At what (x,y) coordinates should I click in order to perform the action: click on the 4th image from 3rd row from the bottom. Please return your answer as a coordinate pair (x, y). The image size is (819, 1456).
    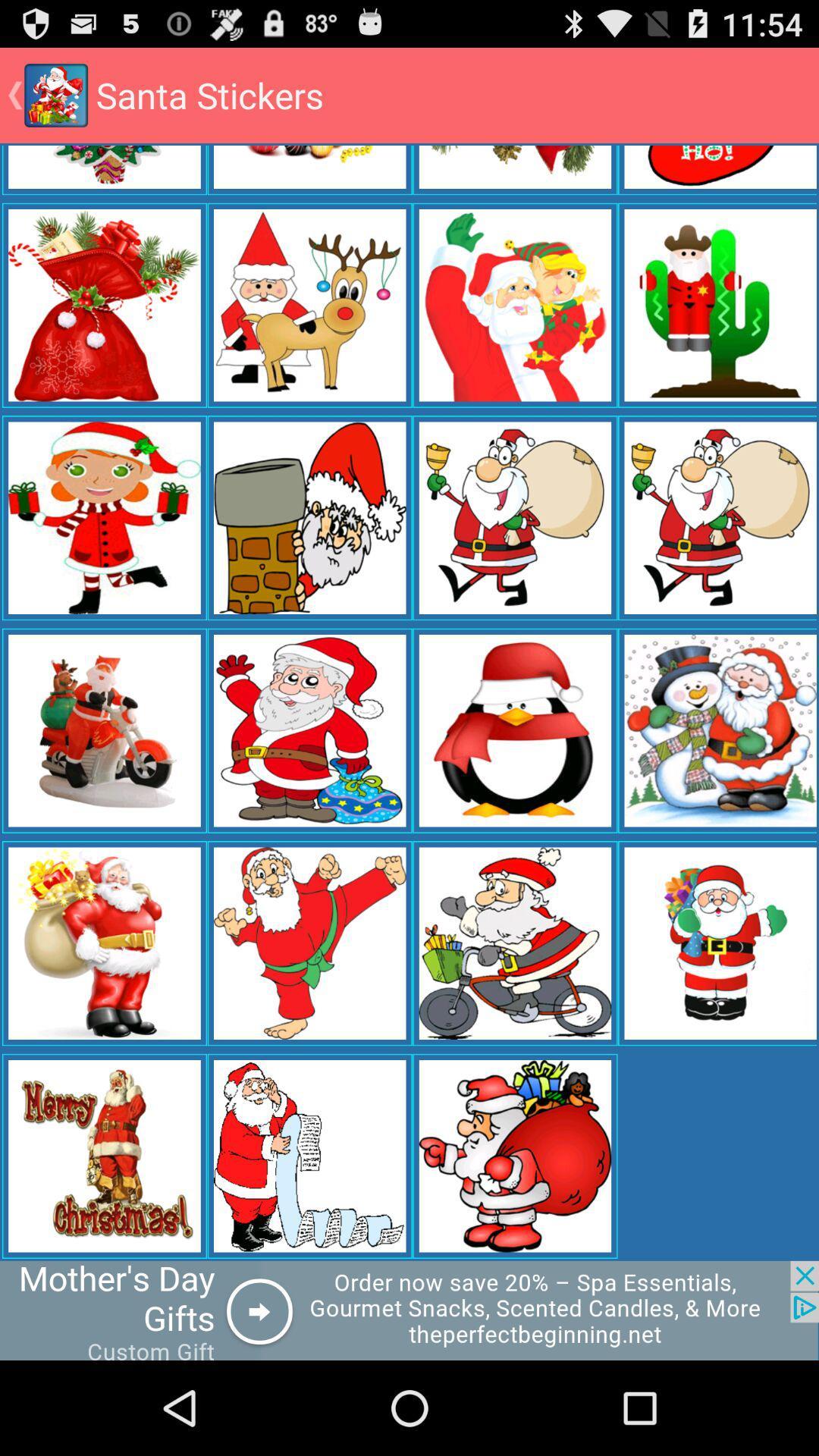
    Looking at the image, I should click on (717, 731).